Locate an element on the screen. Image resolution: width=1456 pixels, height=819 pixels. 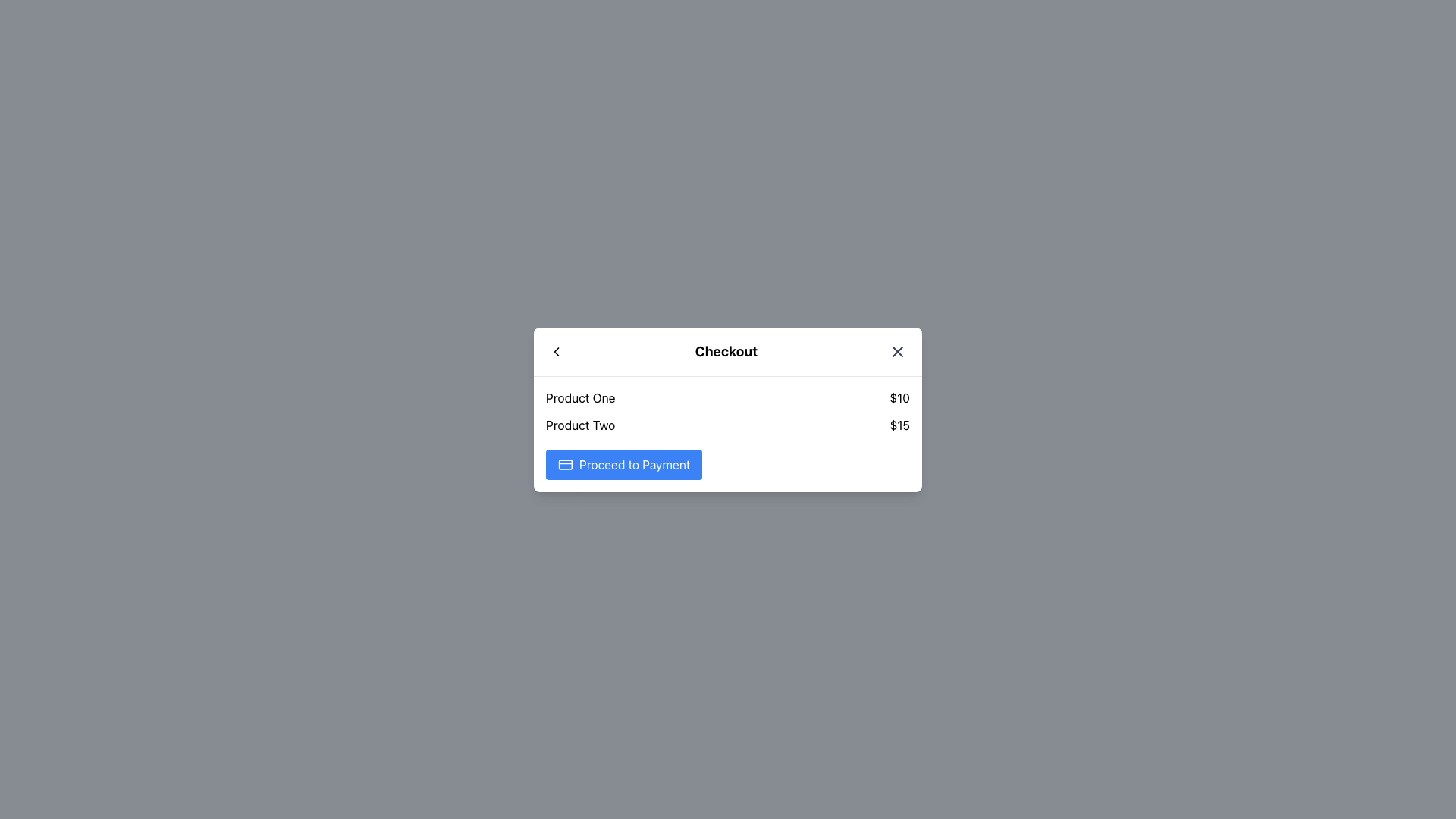
the back button icon in the upper-left corner of the popup dialogue interface is located at coordinates (556, 351).